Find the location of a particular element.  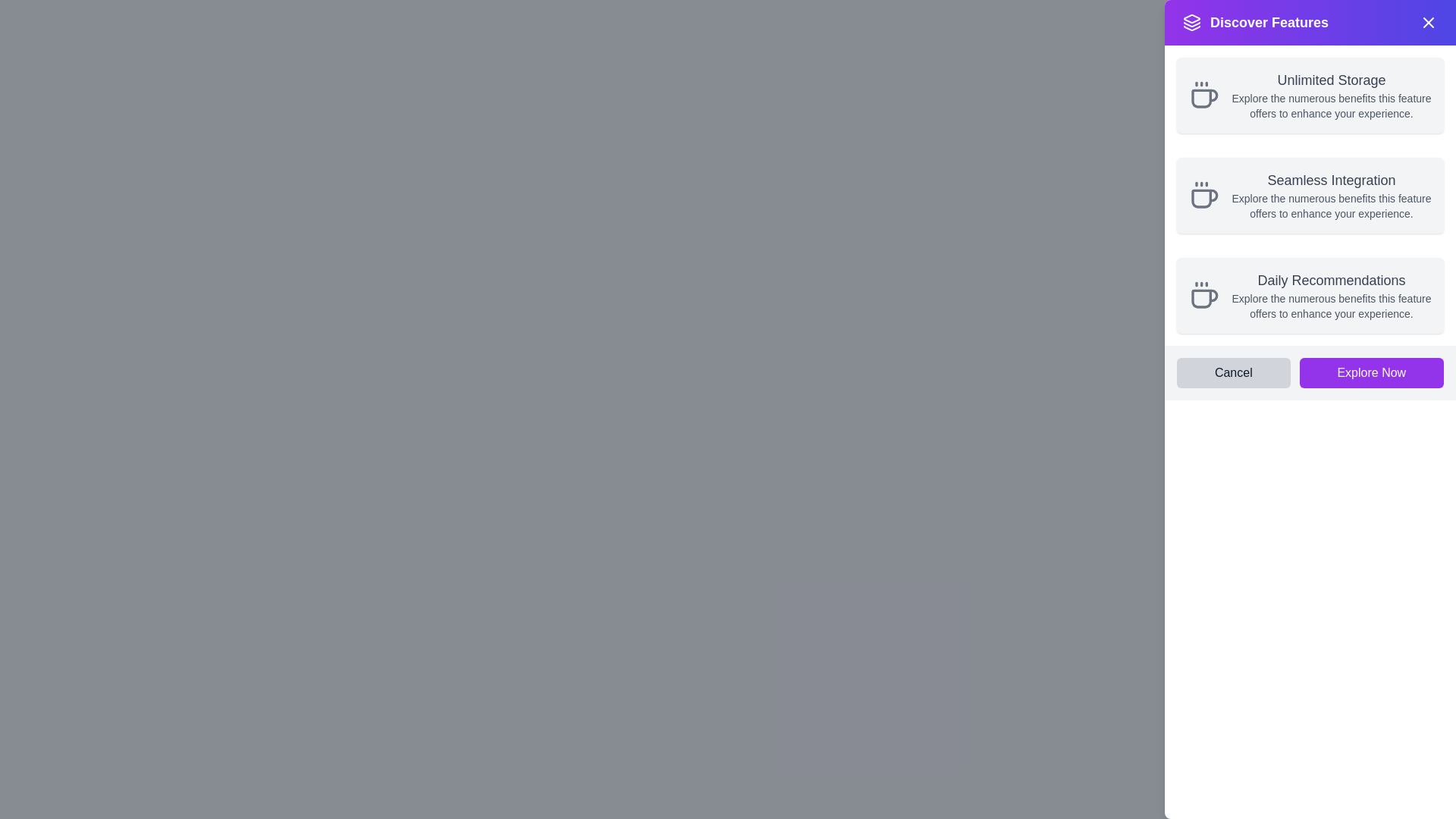

the static text element providing supplementary information about the 'Daily Recommendations' feature, located directly below the 'Daily Recommendations' heading in the third feature card from the top in the right-aligned feature panel is located at coordinates (1331, 306).